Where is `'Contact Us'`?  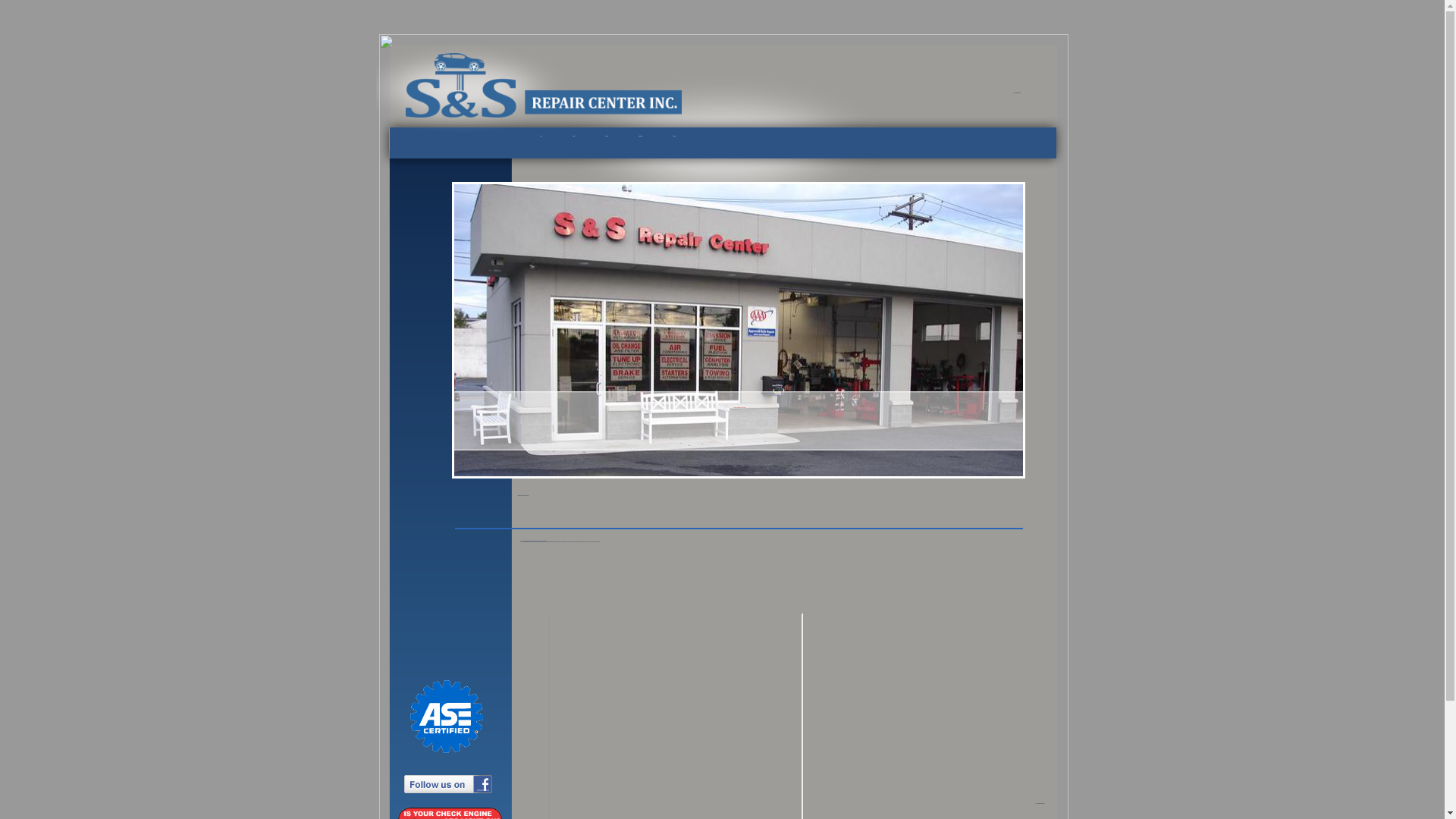
'Contact Us' is located at coordinates (666, 135).